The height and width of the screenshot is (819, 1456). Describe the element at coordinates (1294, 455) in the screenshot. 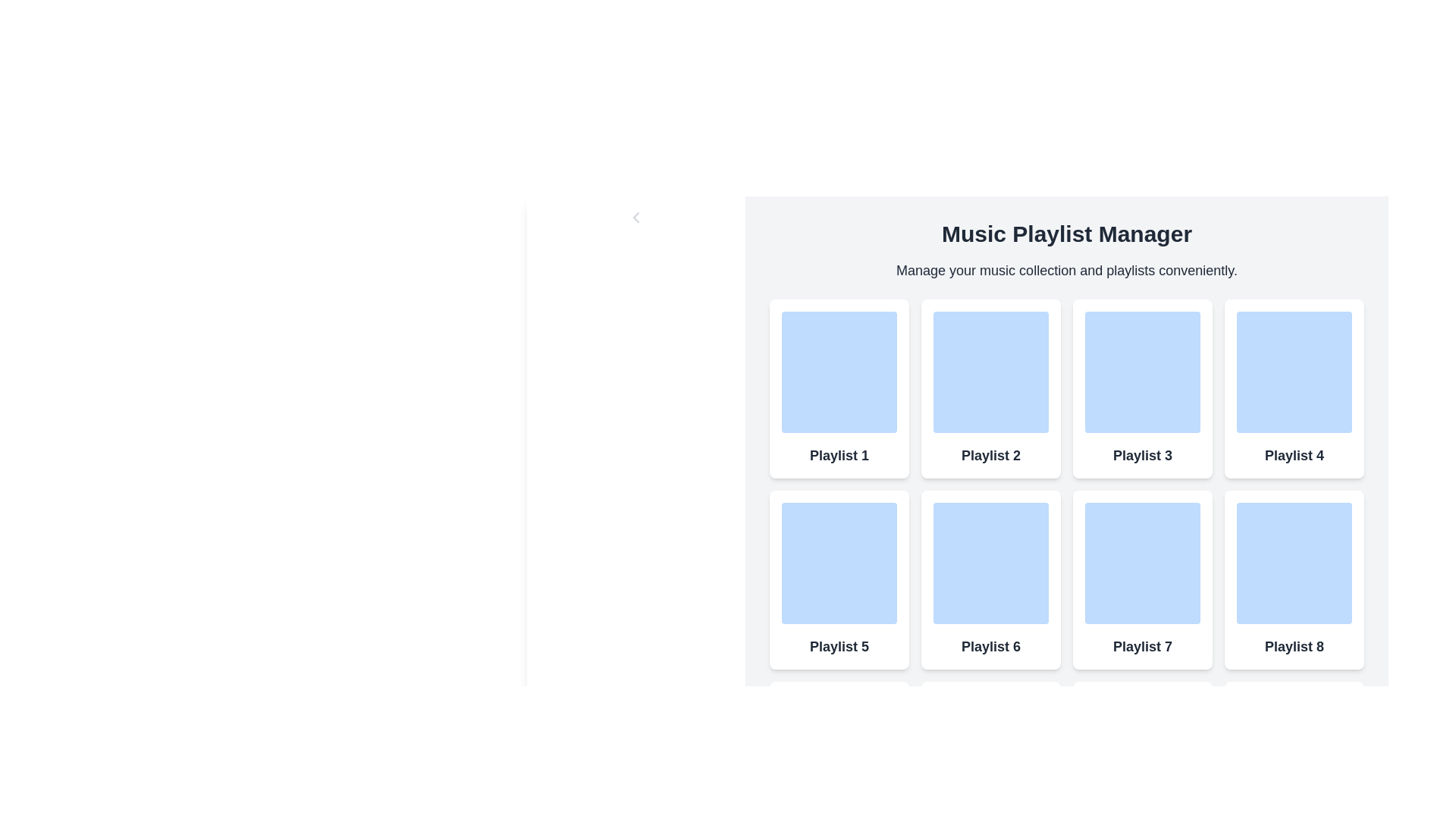

I see `the static text label reading 'Playlist 4', which is styled with a bold and large font and located below a blue rectangle indicative of a playlist thumbnail area` at that location.